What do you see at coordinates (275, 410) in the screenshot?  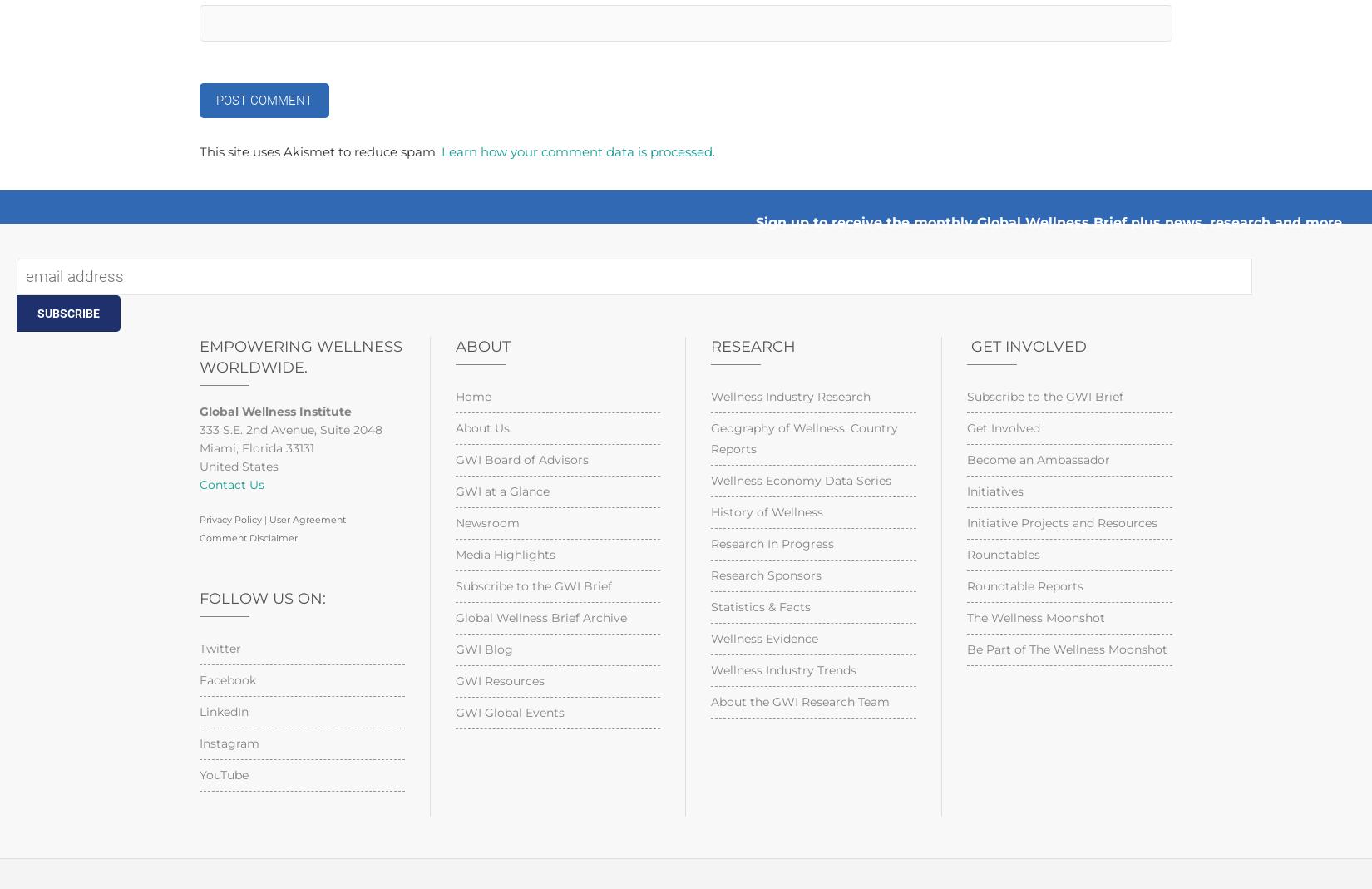 I see `'Global Wellness Institute'` at bounding box center [275, 410].